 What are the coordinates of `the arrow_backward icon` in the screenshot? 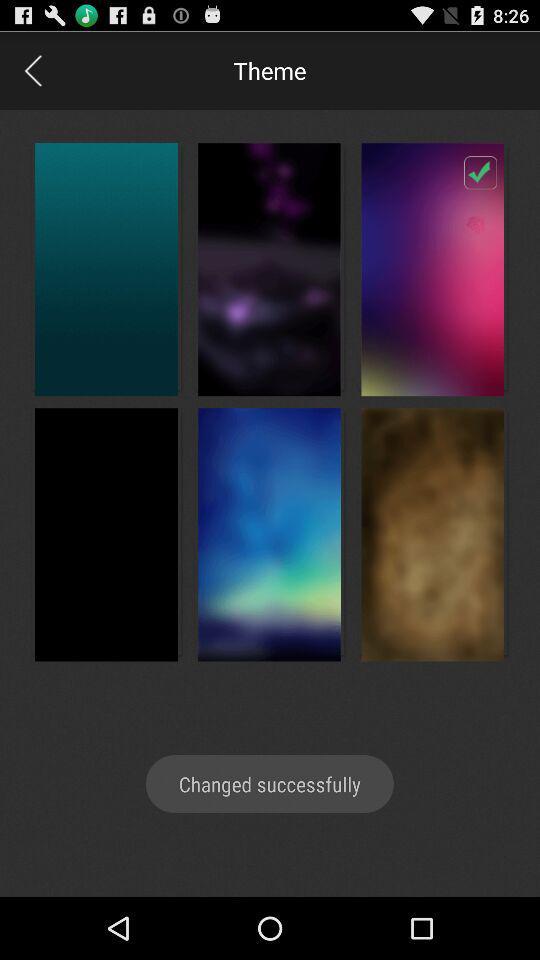 It's located at (31, 75).